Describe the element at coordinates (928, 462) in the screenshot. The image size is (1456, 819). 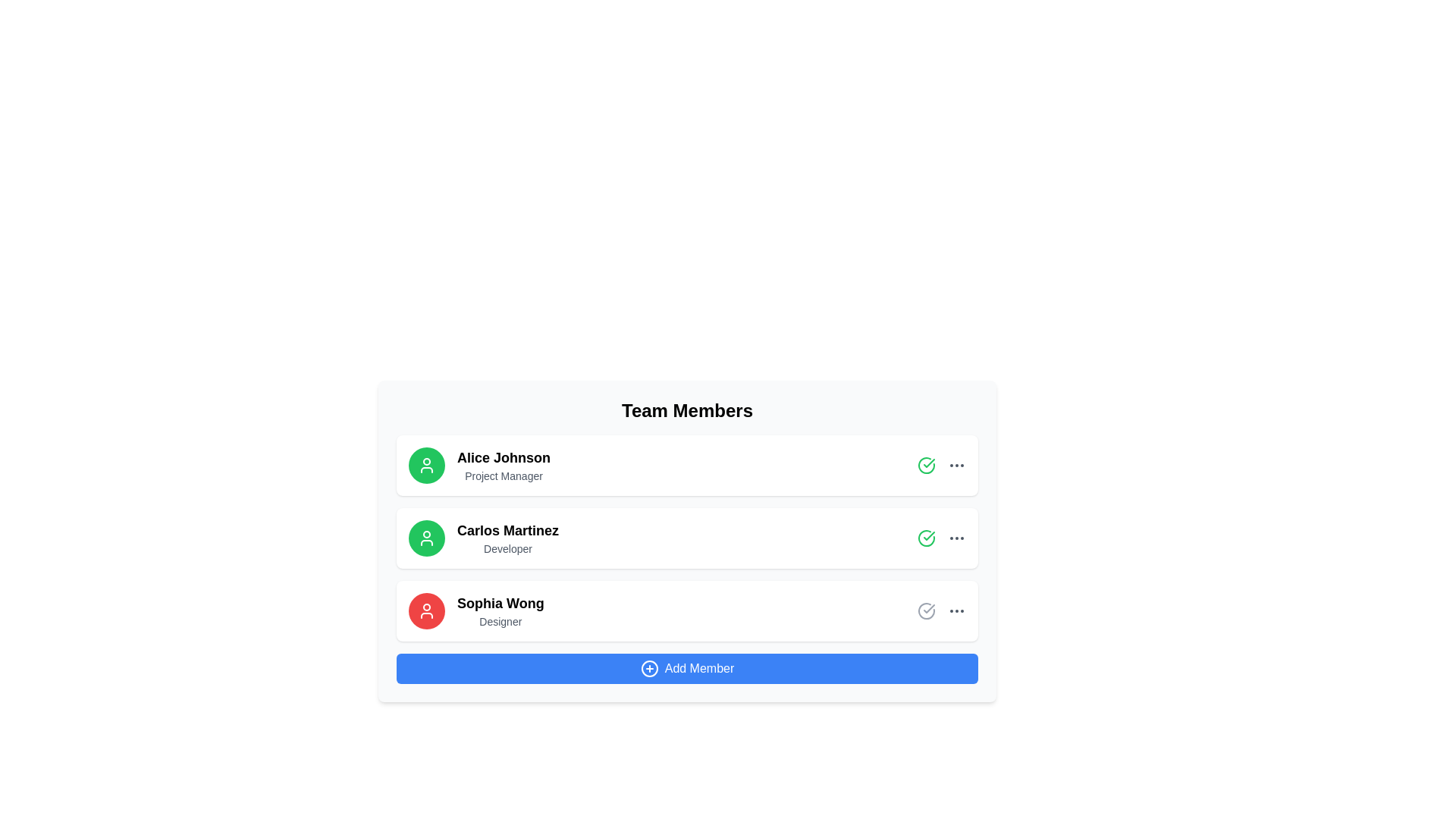
I see `attributes of the checkmark vector graphic indicating that Carlos Martinez is confirmed, located within a green circular icon on the right side of the row` at that location.